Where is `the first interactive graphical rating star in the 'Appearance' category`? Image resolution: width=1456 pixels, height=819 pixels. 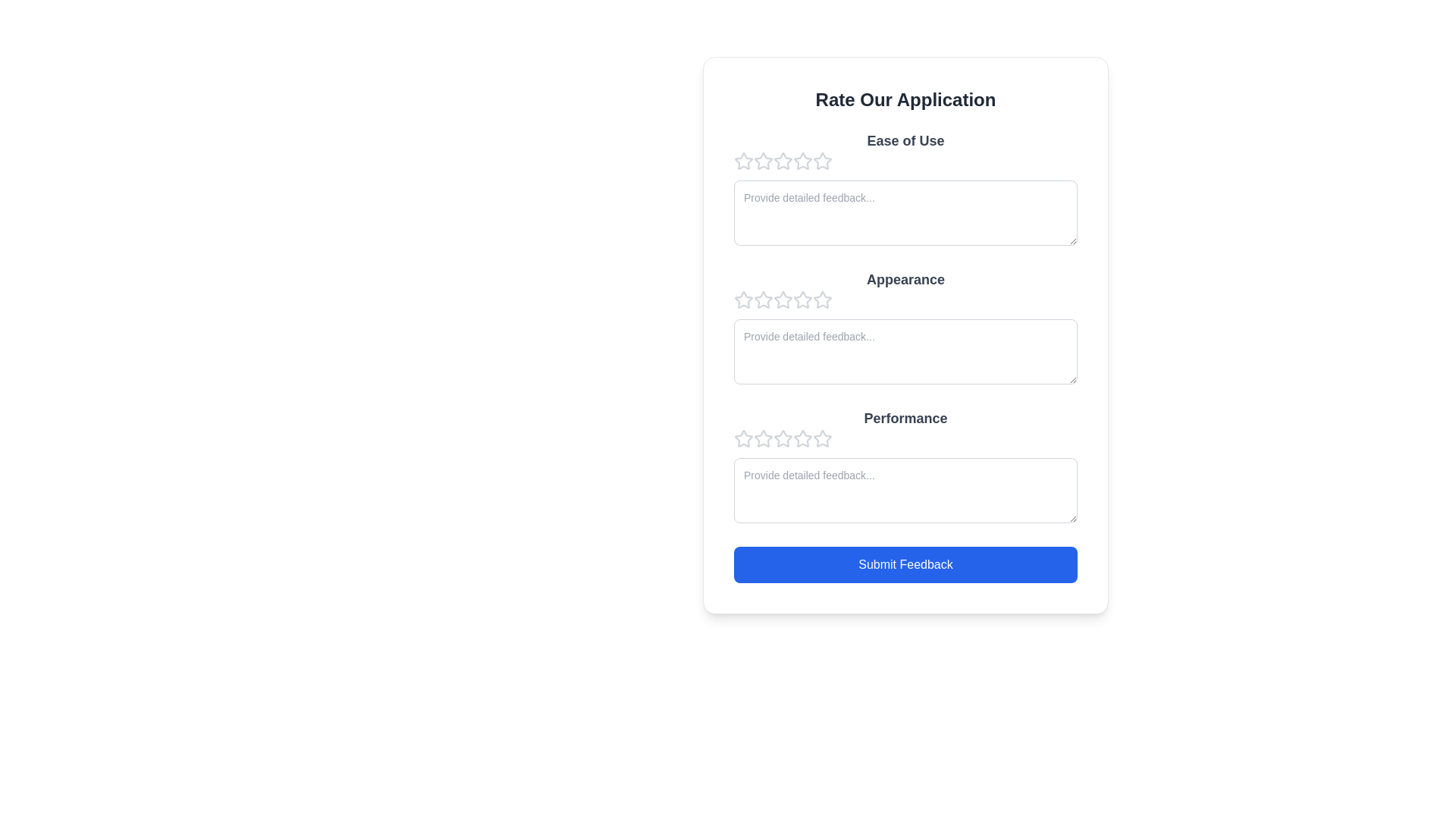
the first interactive graphical rating star in the 'Appearance' category is located at coordinates (764, 300).